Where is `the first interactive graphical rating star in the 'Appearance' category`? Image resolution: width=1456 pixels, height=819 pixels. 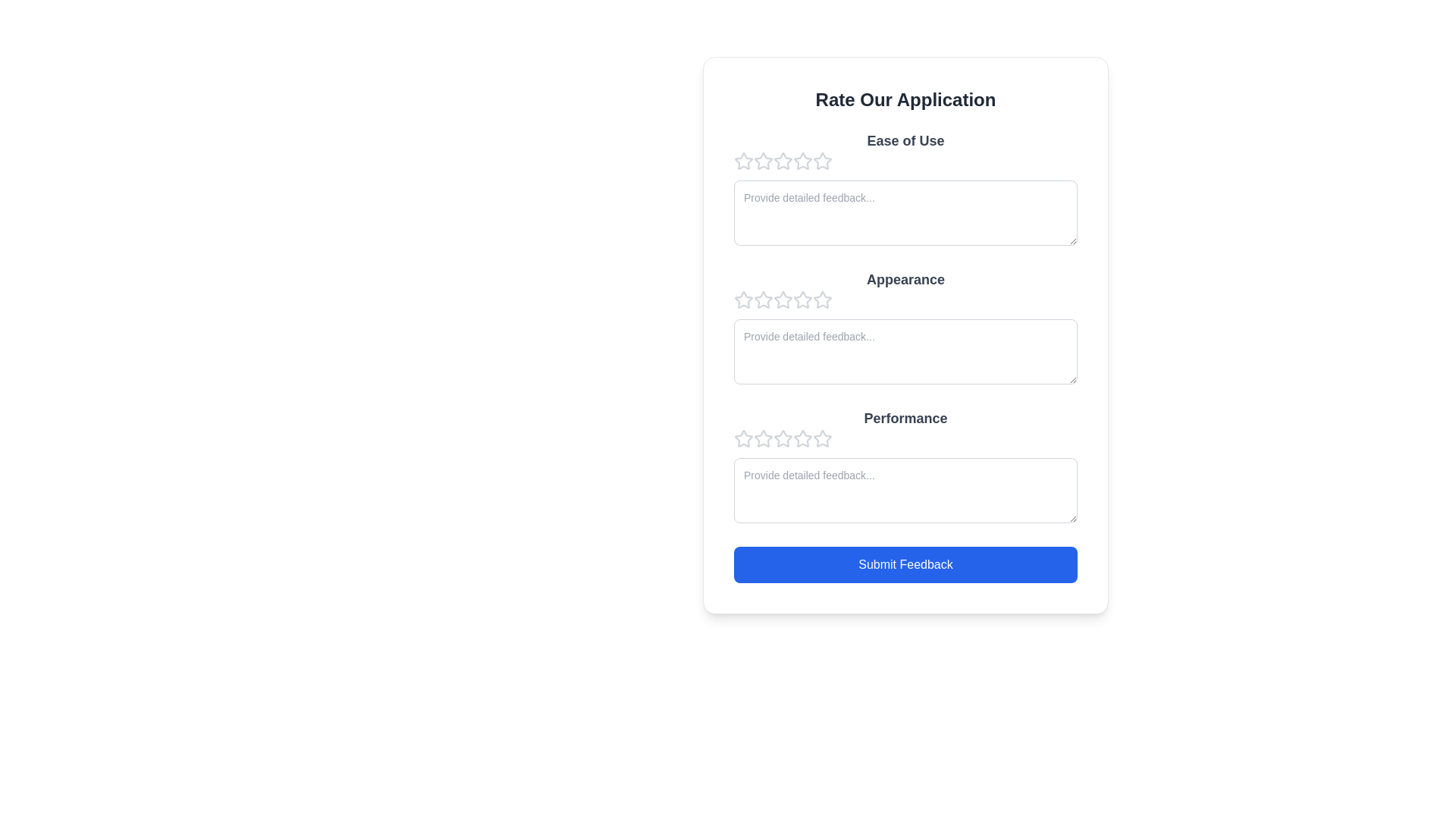
the first interactive graphical rating star in the 'Appearance' category is located at coordinates (764, 300).